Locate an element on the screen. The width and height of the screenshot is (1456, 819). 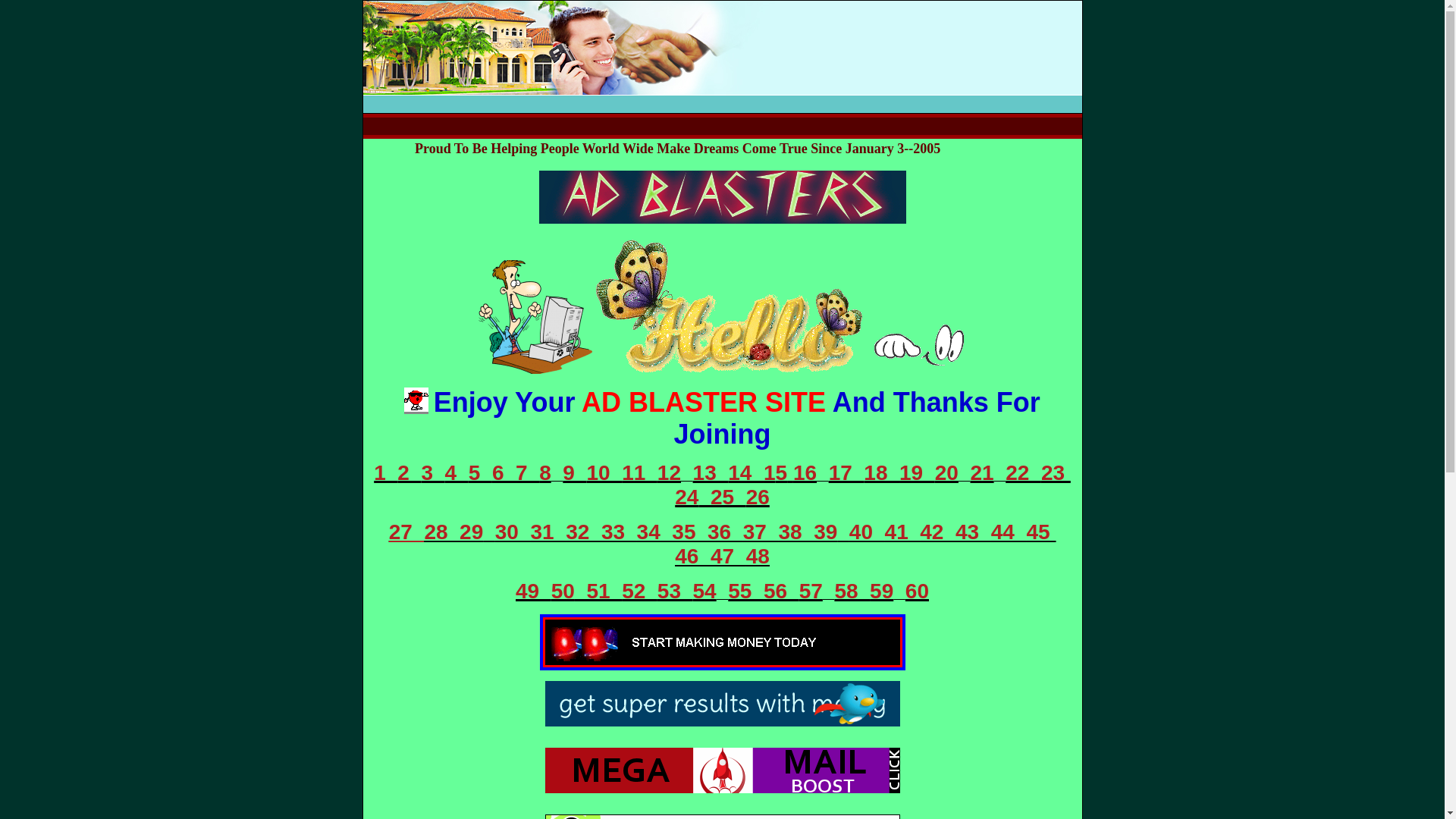
'36 ' is located at coordinates (724, 531).